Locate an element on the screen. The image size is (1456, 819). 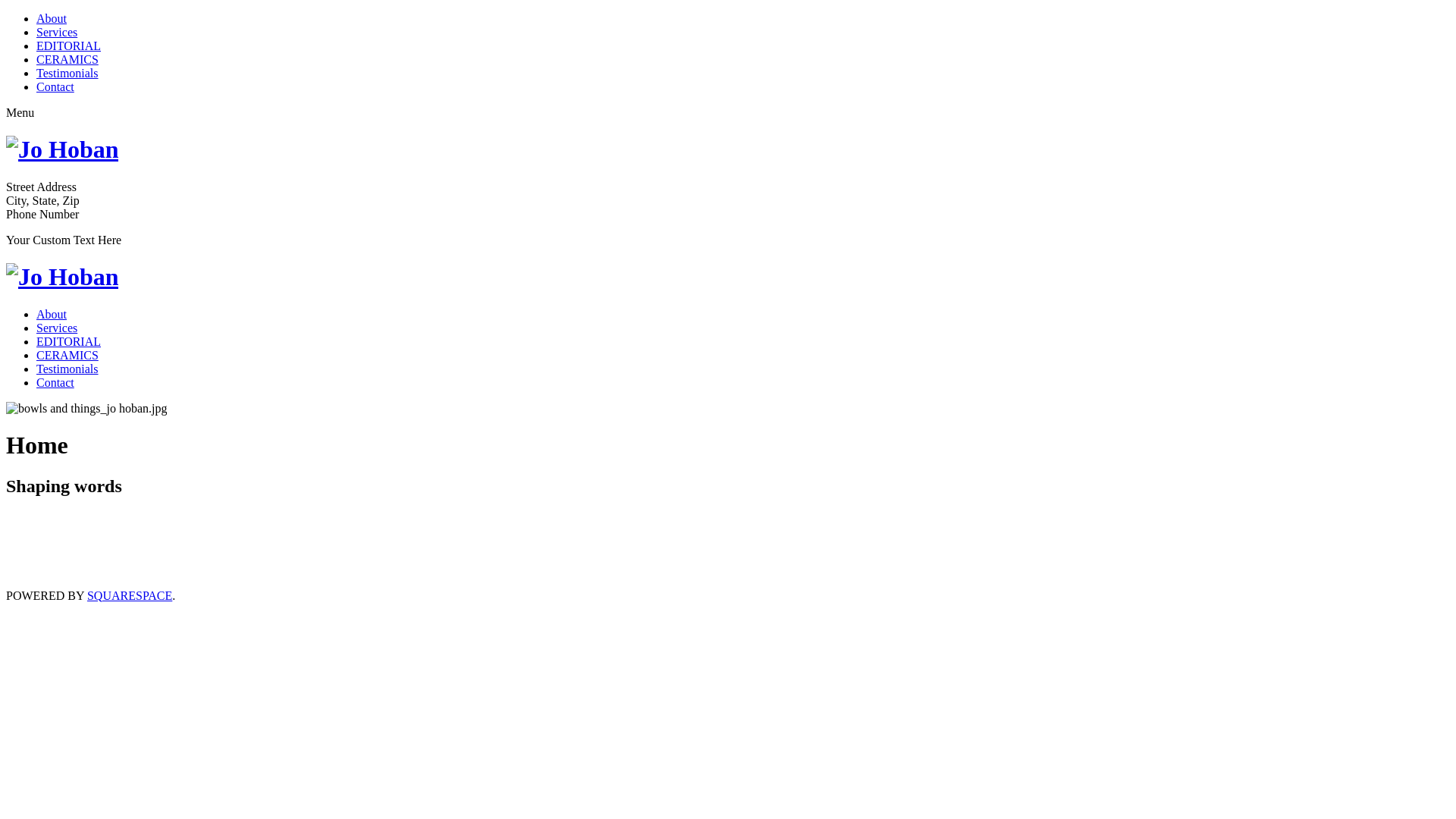
'Testimonials' is located at coordinates (67, 369).